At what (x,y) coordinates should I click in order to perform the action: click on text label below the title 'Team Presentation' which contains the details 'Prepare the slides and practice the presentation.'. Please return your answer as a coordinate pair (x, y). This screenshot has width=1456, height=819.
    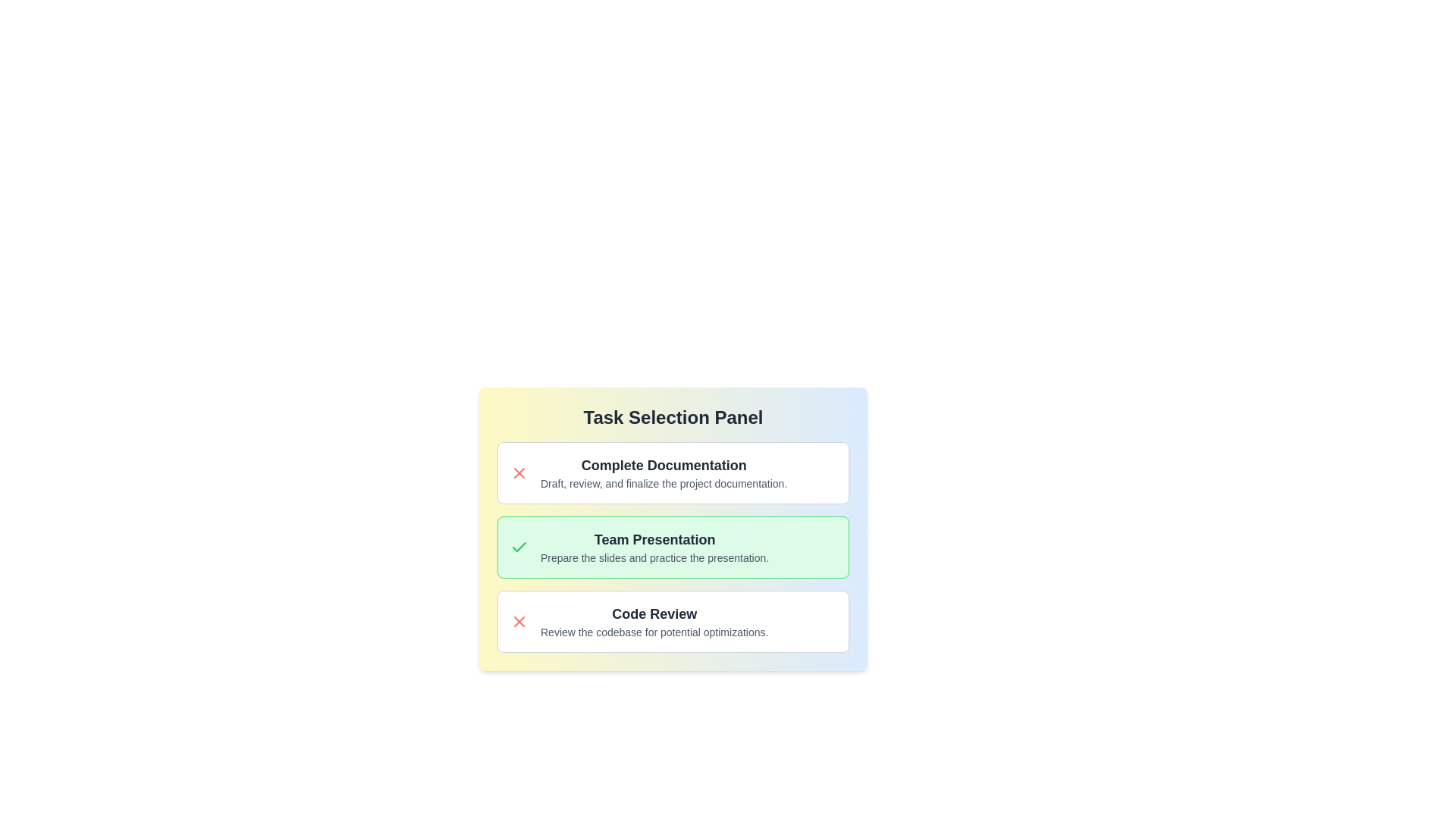
    Looking at the image, I should click on (654, 558).